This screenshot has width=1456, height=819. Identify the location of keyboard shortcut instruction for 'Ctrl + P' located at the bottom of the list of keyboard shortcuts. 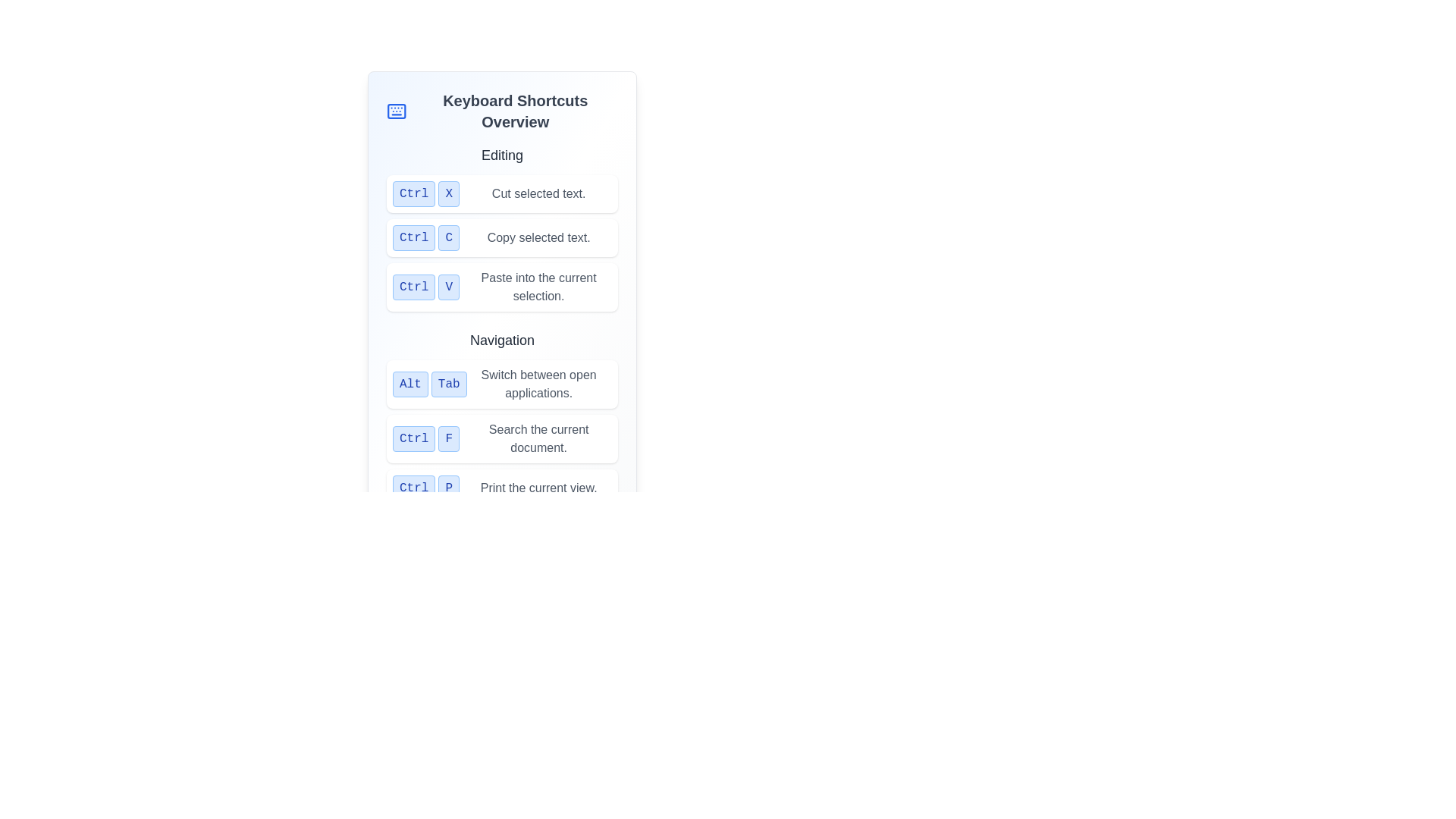
(502, 488).